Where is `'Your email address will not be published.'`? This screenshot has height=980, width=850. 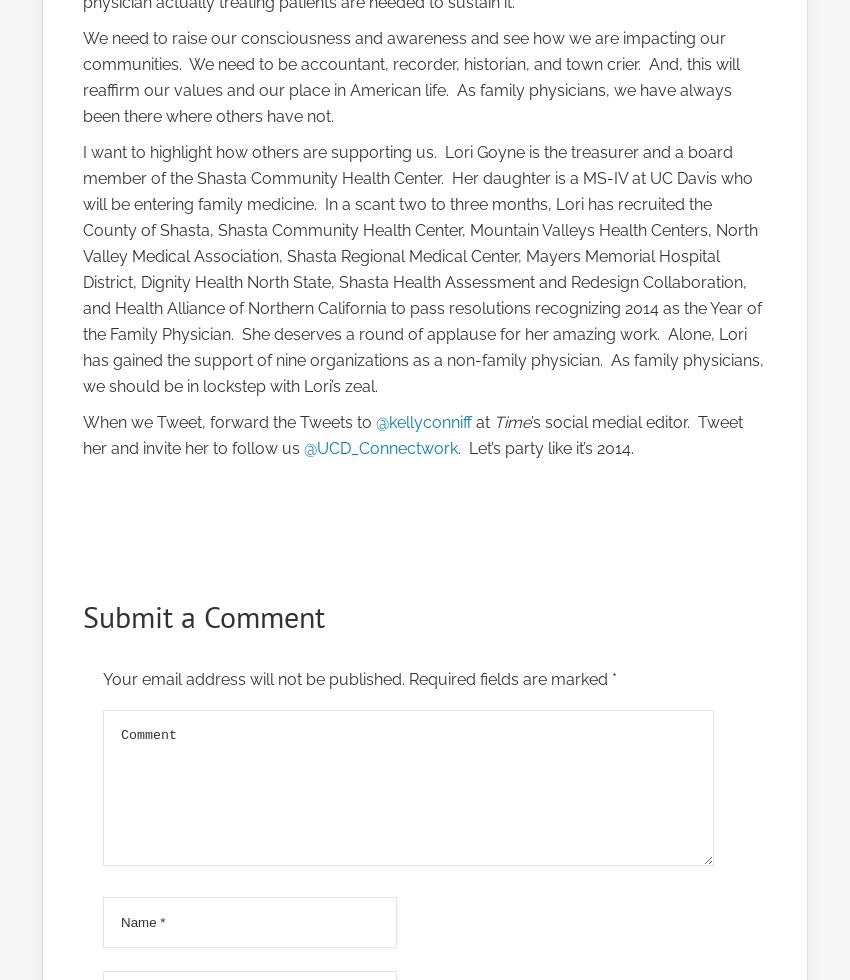 'Your email address will not be published.' is located at coordinates (102, 679).